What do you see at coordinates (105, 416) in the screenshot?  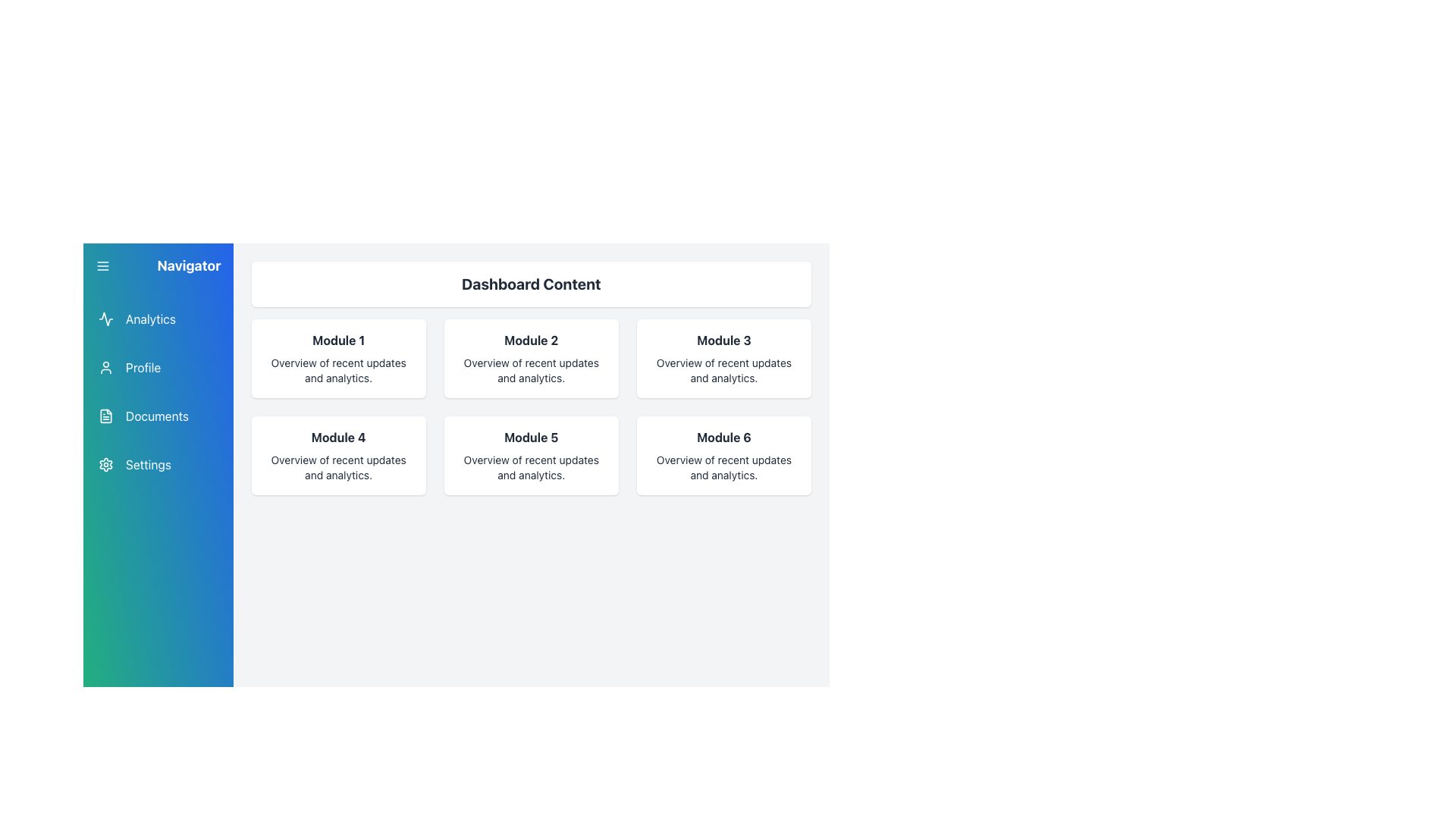 I see `the 'Documents' icon located in the vertical navigation menu on the left side of the interface, which is the third option from the top` at bounding box center [105, 416].